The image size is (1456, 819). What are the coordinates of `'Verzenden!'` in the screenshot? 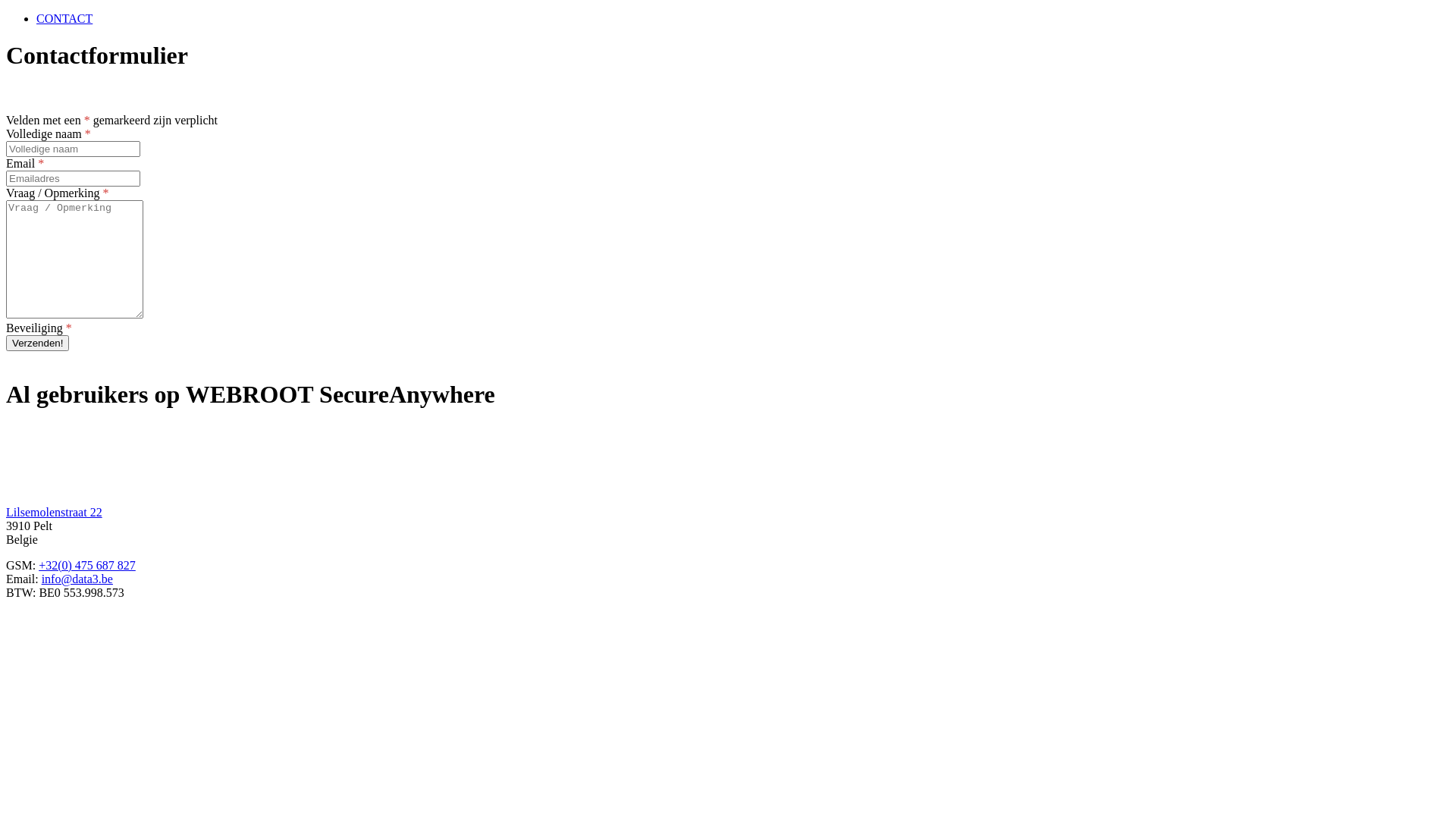 It's located at (6, 343).